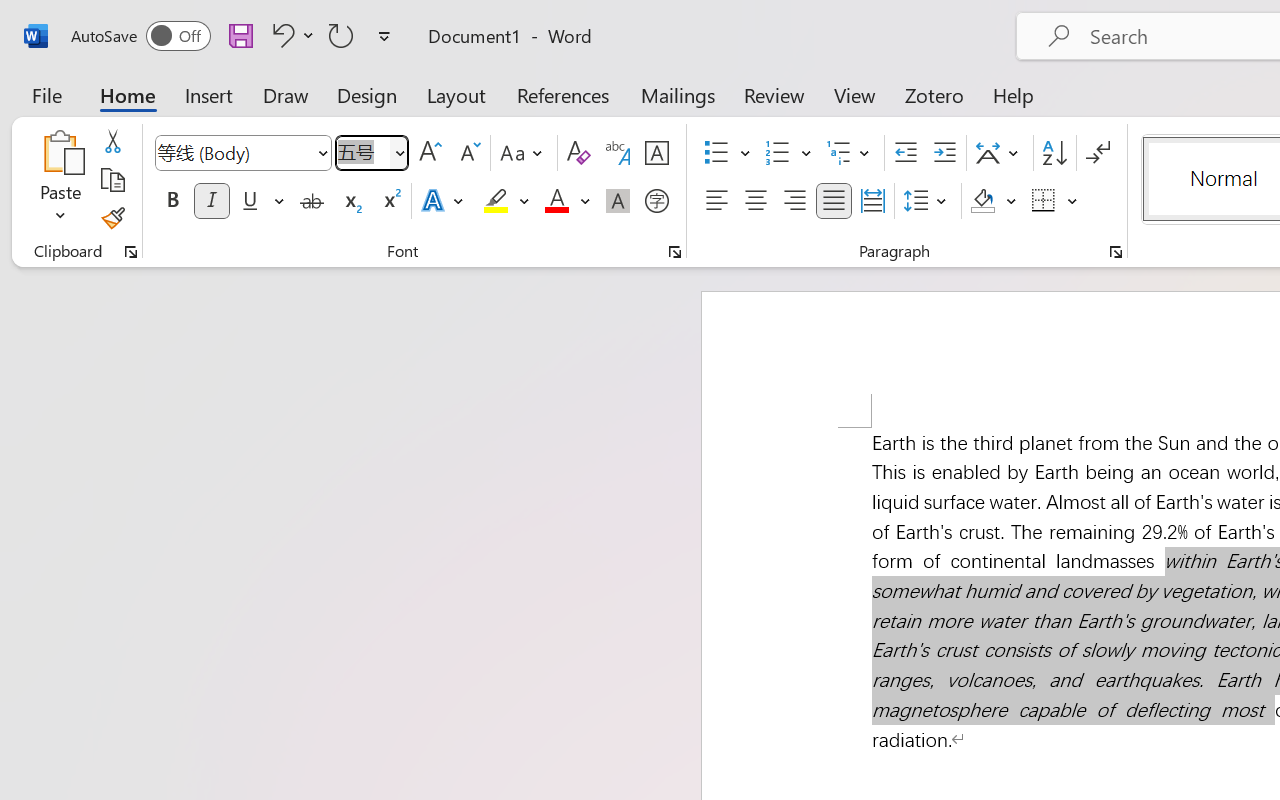 This screenshot has width=1280, height=800. Describe the element at coordinates (341, 34) in the screenshot. I see `'Repeat Italic'` at that location.